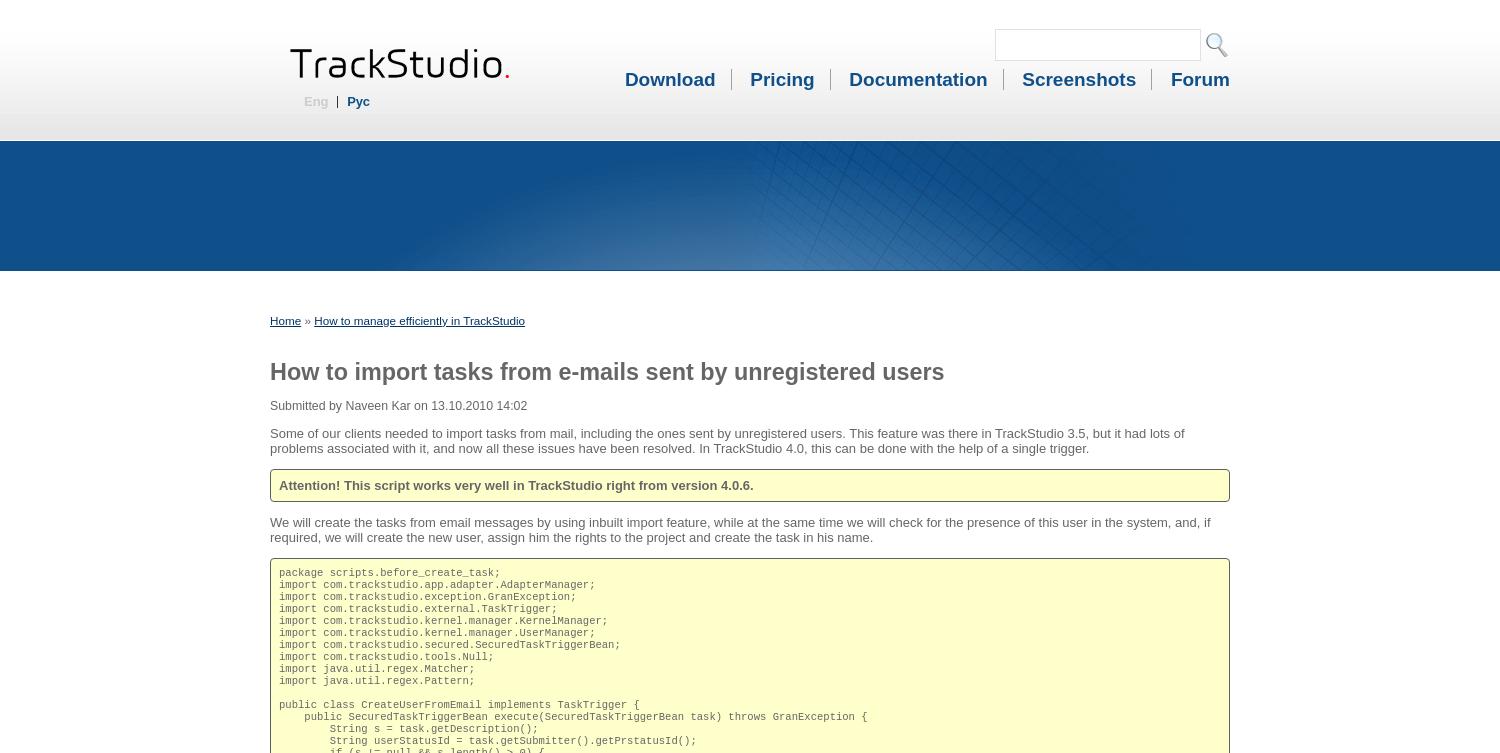  Describe the element at coordinates (1077, 79) in the screenshot. I see `'Screenshots'` at that location.